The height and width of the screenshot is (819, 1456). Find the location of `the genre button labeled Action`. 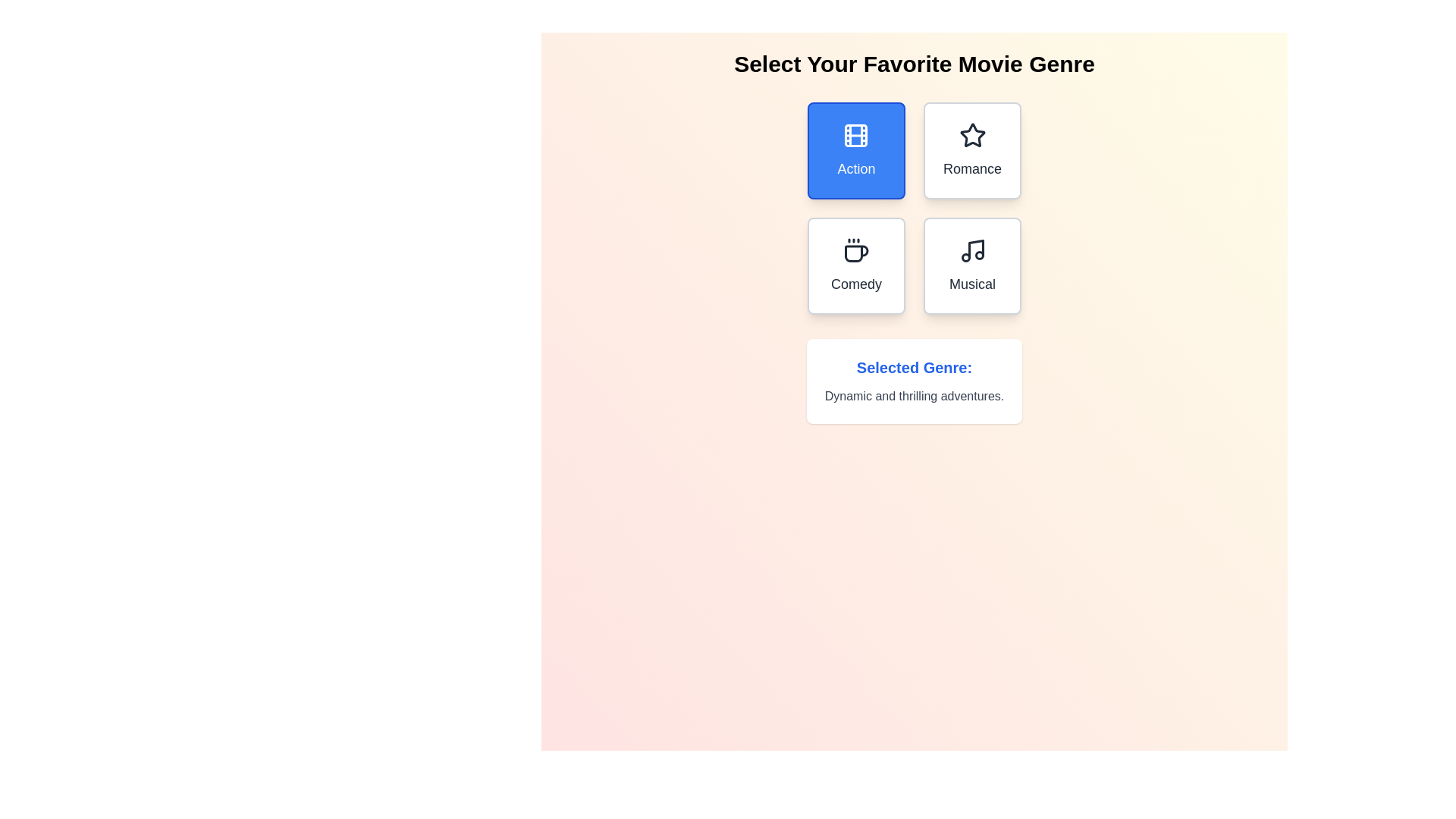

the genre button labeled Action is located at coordinates (855, 151).